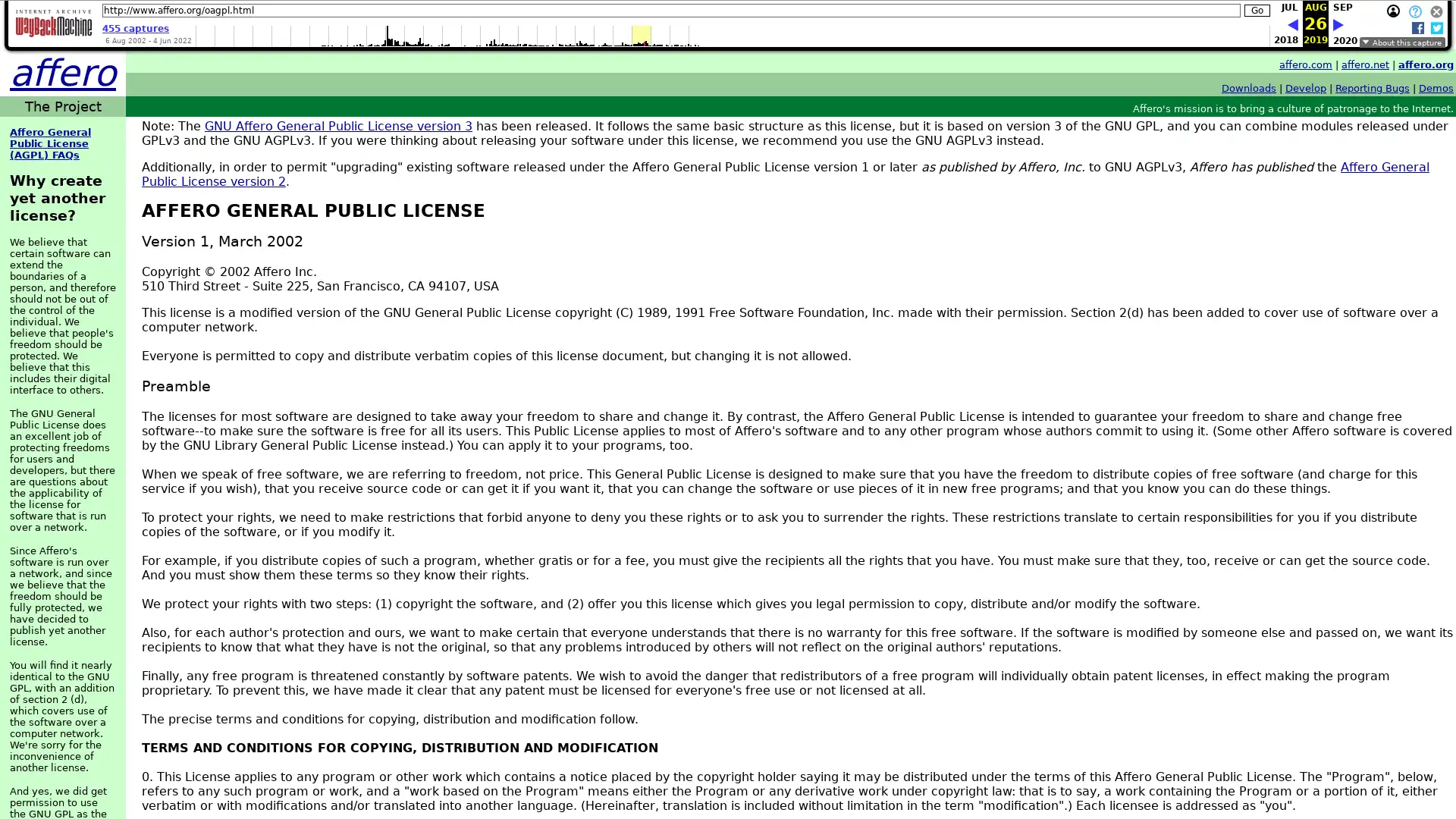 This screenshot has height=819, width=1456. What do you see at coordinates (1257, 11) in the screenshot?
I see `Go` at bounding box center [1257, 11].